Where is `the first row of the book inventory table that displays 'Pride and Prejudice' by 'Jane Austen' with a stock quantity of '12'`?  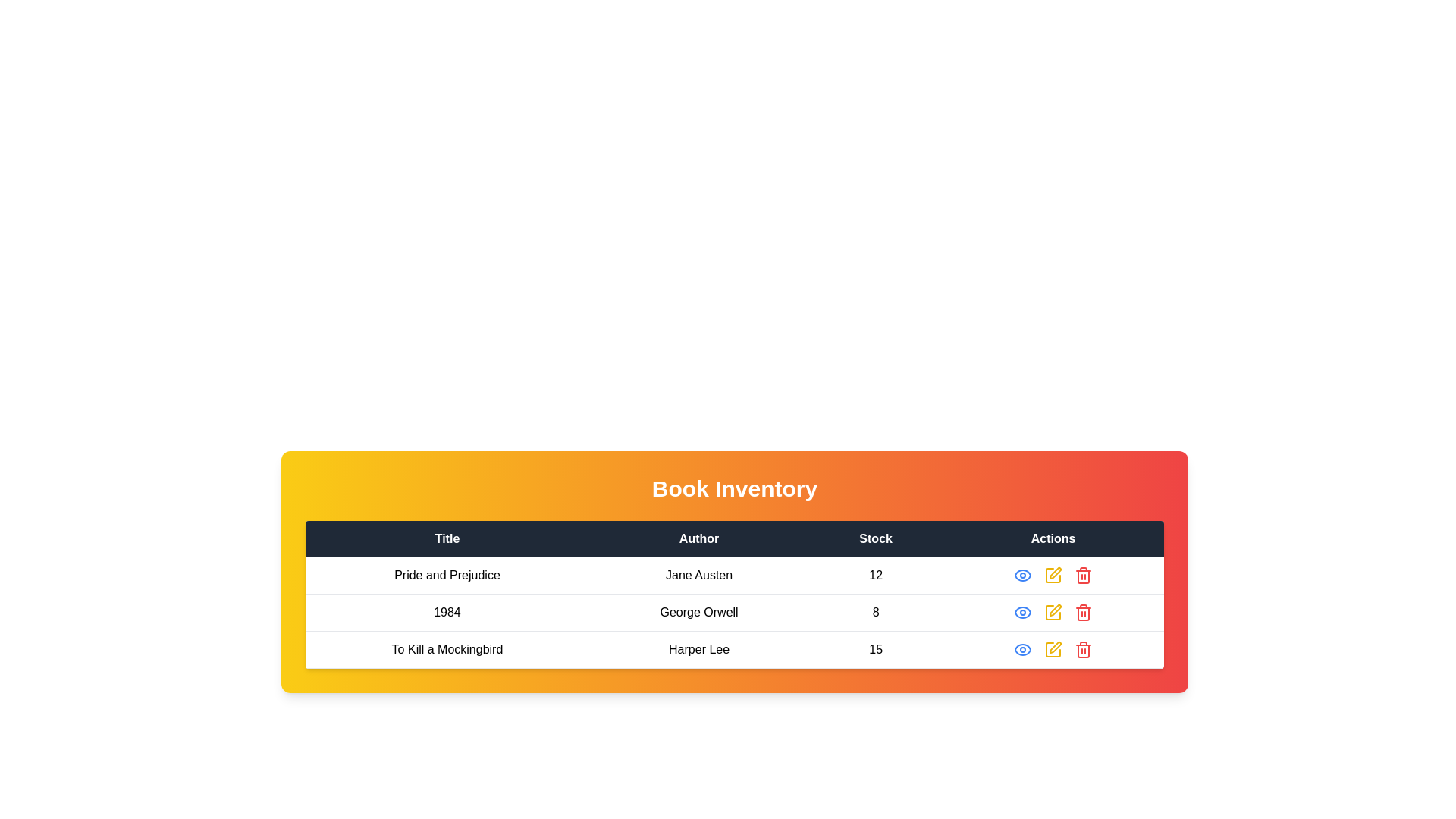
the first row of the book inventory table that displays 'Pride and Prejudice' by 'Jane Austen' with a stock quantity of '12' is located at coordinates (735, 576).